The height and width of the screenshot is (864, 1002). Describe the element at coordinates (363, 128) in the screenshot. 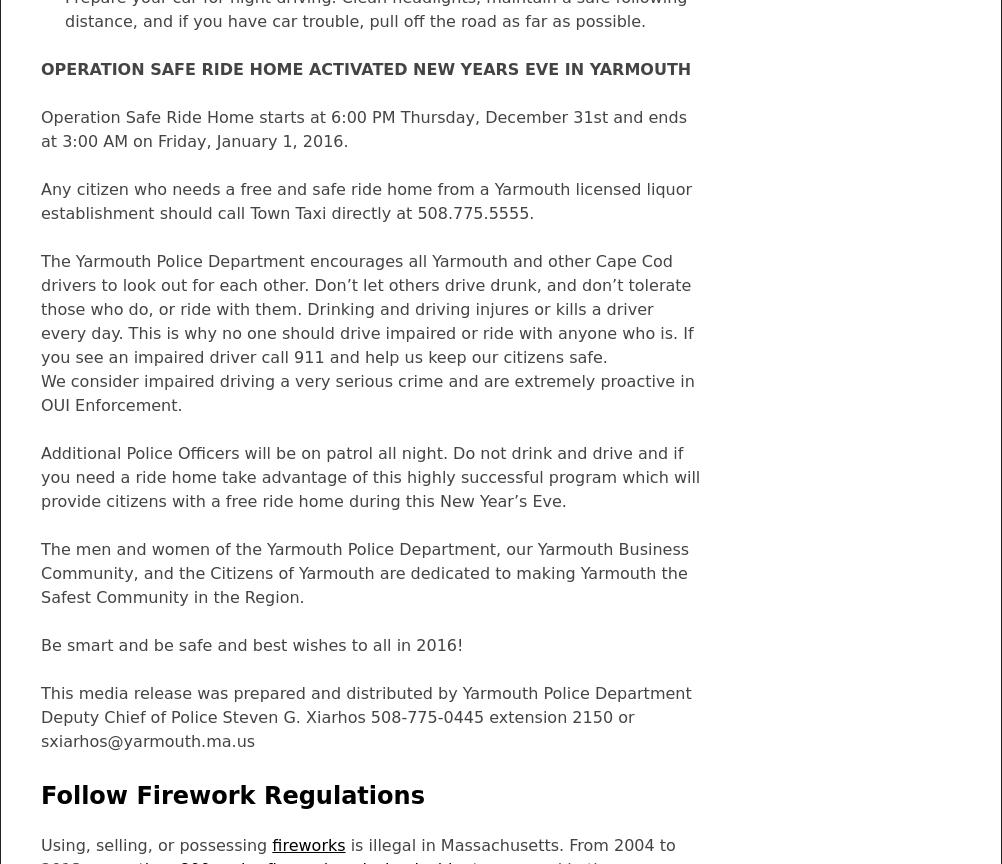

I see `'Operation Safe Ride Home starts at 6:00 PM Thursday, December 31st and ends at 3:00 AM on Friday, January 1, 2016.'` at that location.